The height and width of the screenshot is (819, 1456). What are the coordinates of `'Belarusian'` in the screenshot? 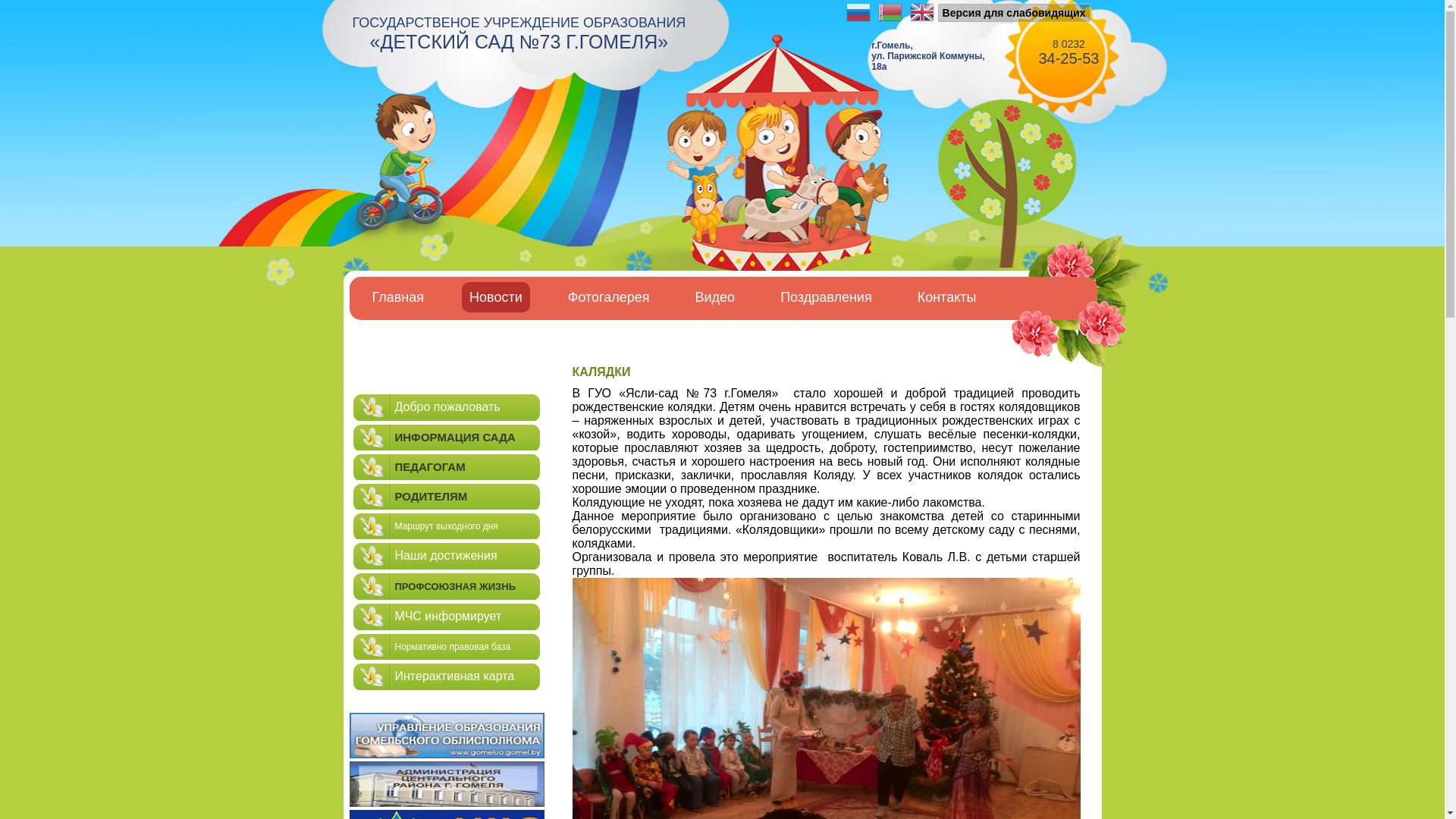 It's located at (874, 11).